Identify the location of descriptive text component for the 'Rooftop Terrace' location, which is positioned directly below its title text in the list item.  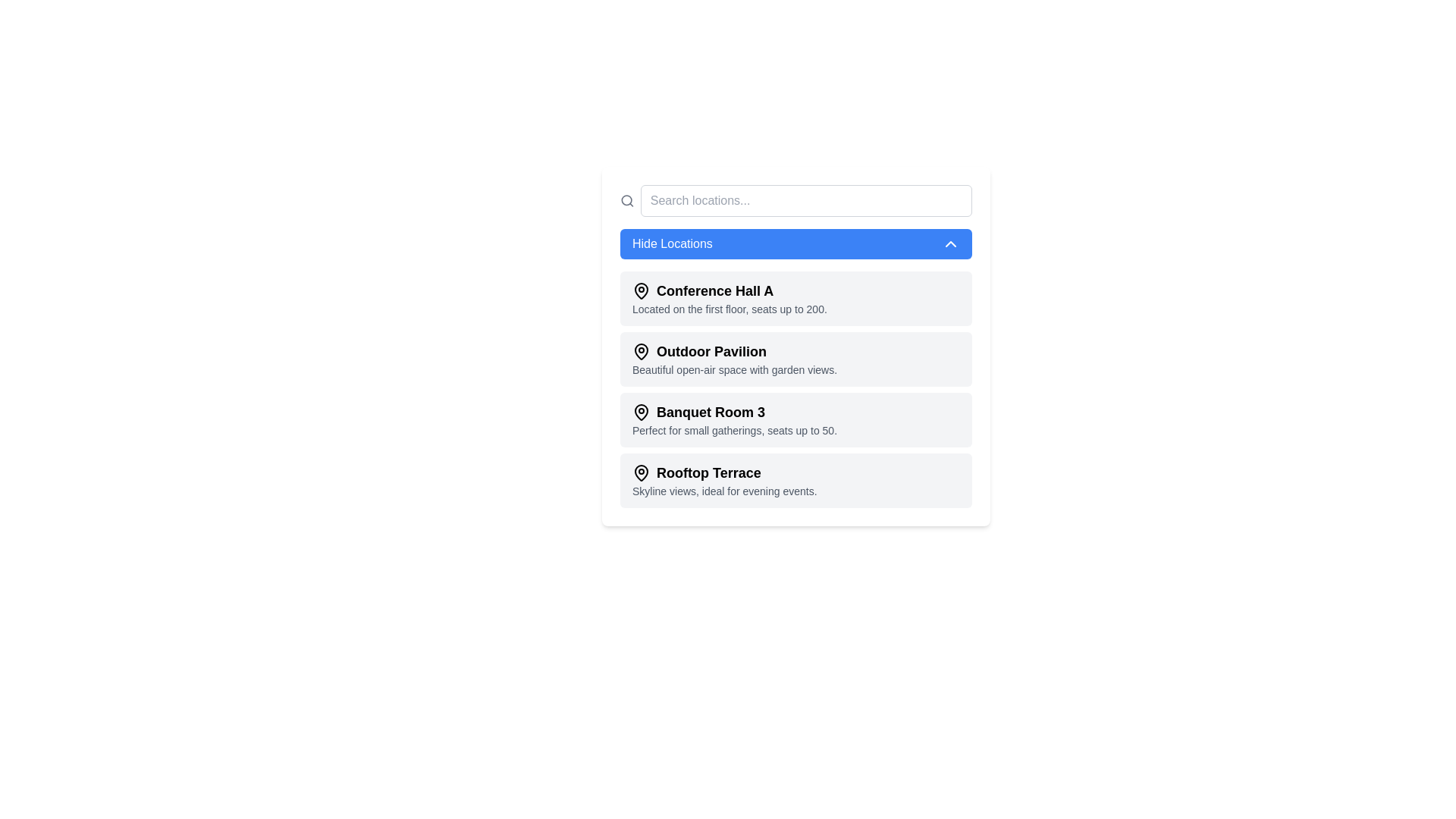
(723, 491).